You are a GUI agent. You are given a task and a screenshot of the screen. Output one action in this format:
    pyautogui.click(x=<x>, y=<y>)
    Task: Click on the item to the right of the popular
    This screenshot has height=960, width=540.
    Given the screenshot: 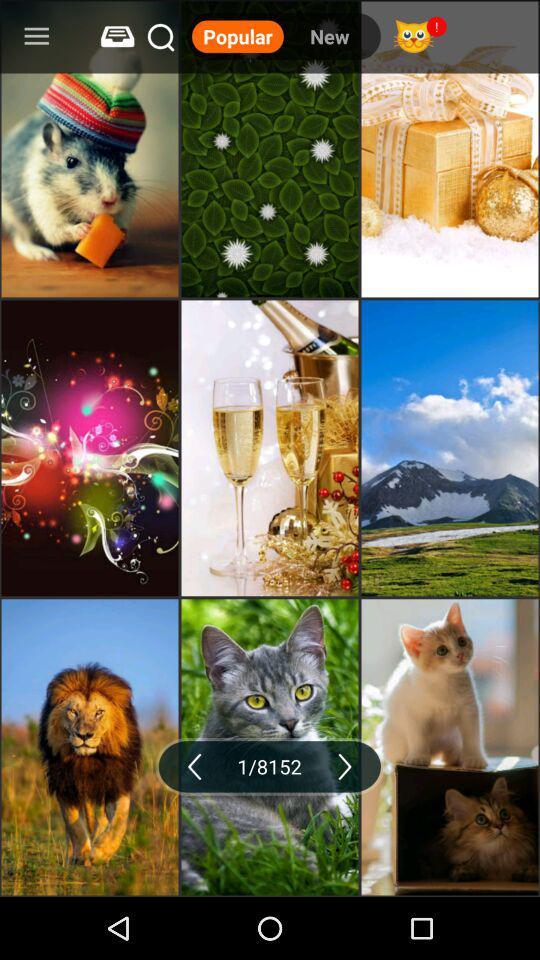 What is the action you would take?
    pyautogui.click(x=329, y=35)
    